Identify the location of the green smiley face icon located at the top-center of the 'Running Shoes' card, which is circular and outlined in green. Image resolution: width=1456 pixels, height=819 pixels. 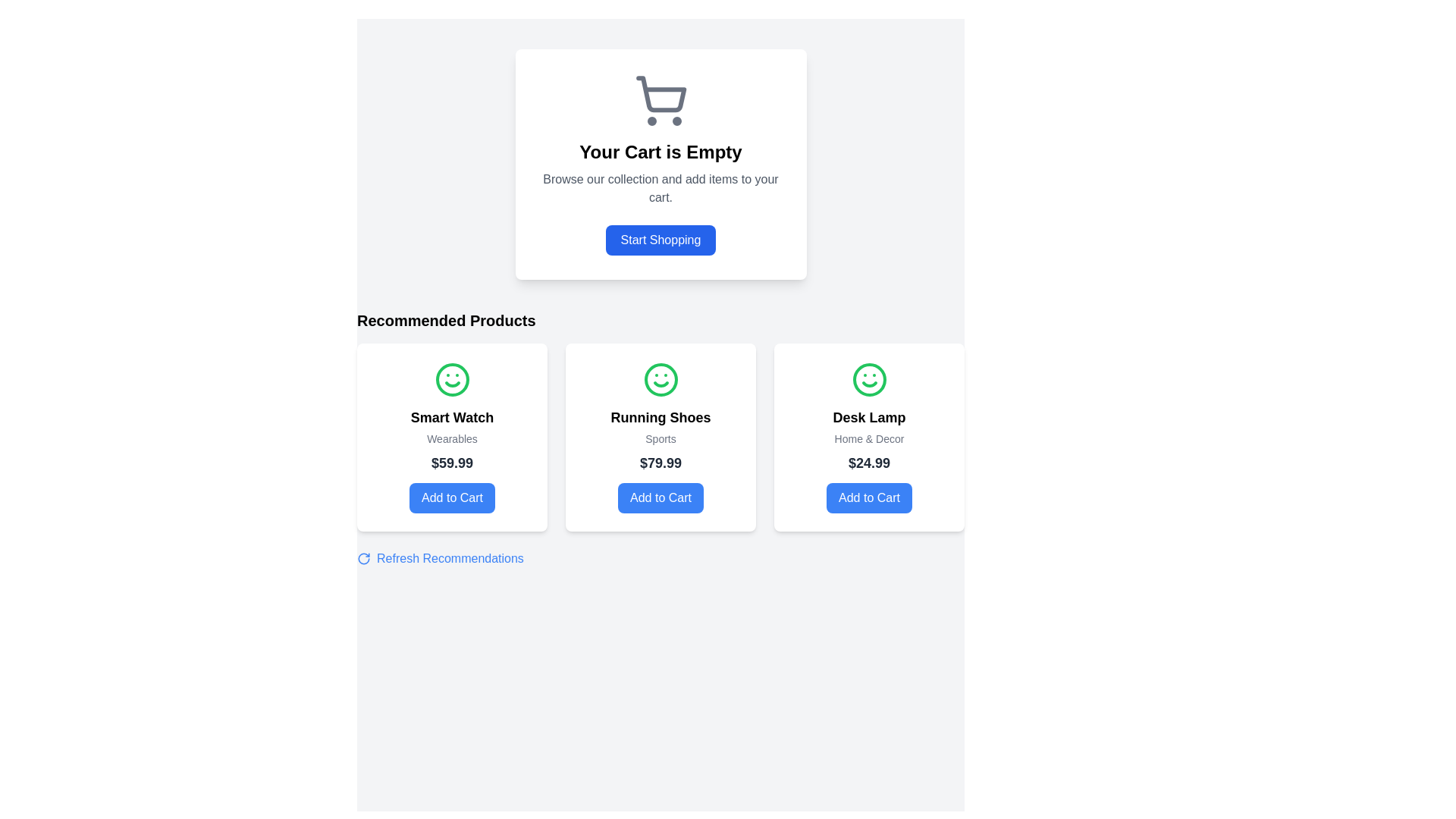
(661, 379).